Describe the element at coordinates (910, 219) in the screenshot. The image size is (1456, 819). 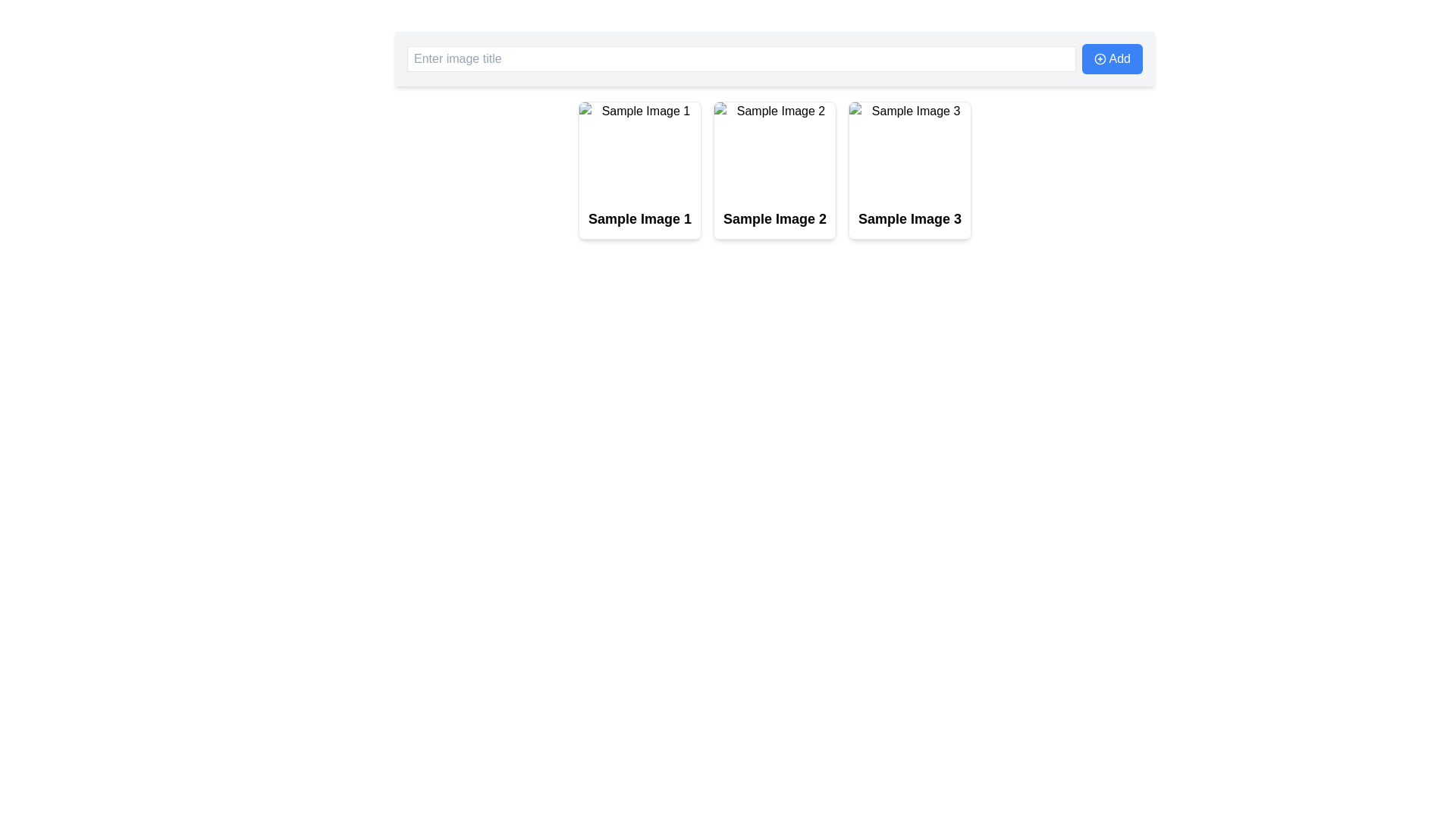
I see `text label displaying 'Sample Image 3' which is located at the bottom of the white card with rounded corners` at that location.